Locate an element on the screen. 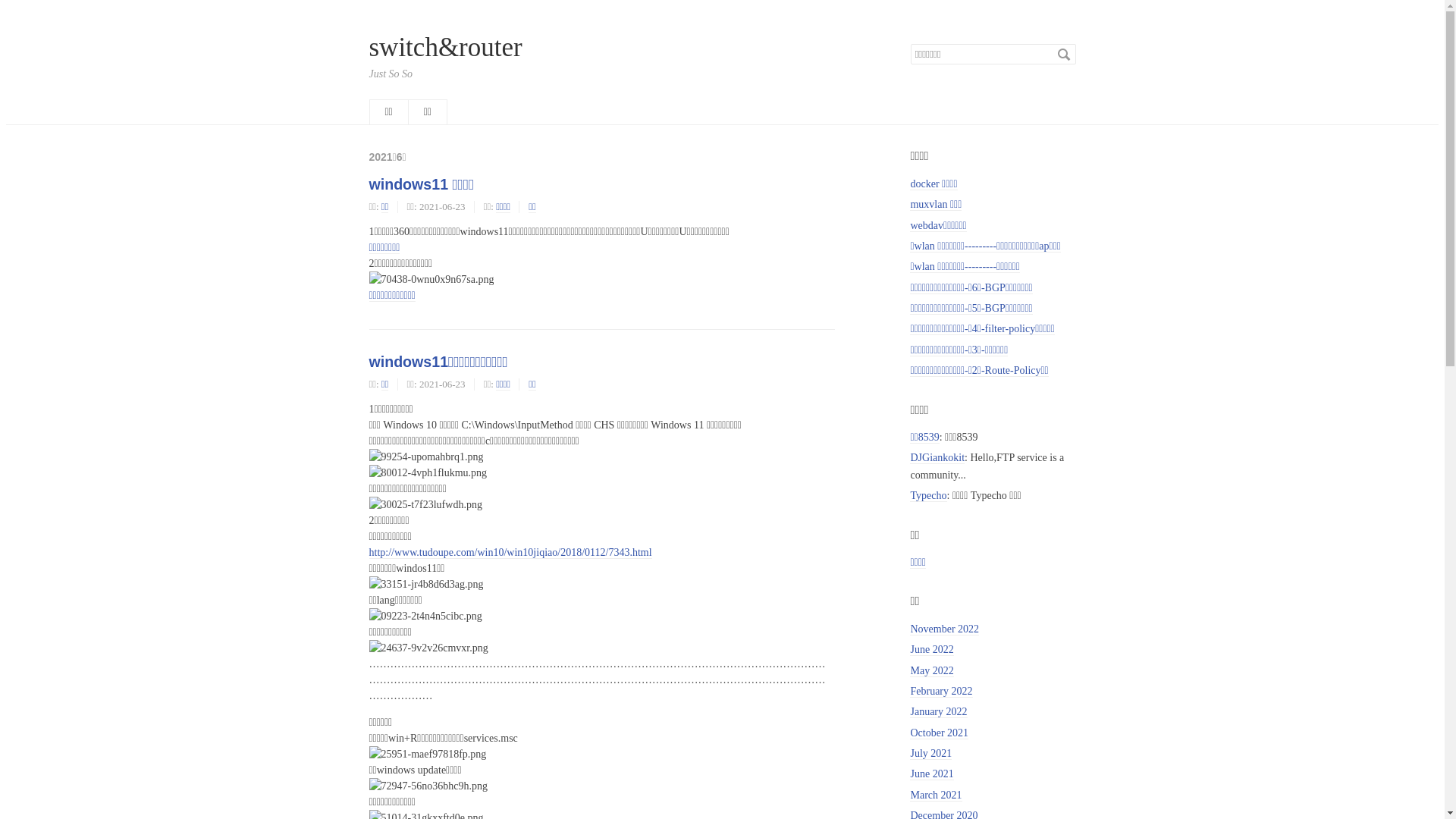 This screenshot has height=819, width=1456. 'July 2021' is located at coordinates (910, 754).